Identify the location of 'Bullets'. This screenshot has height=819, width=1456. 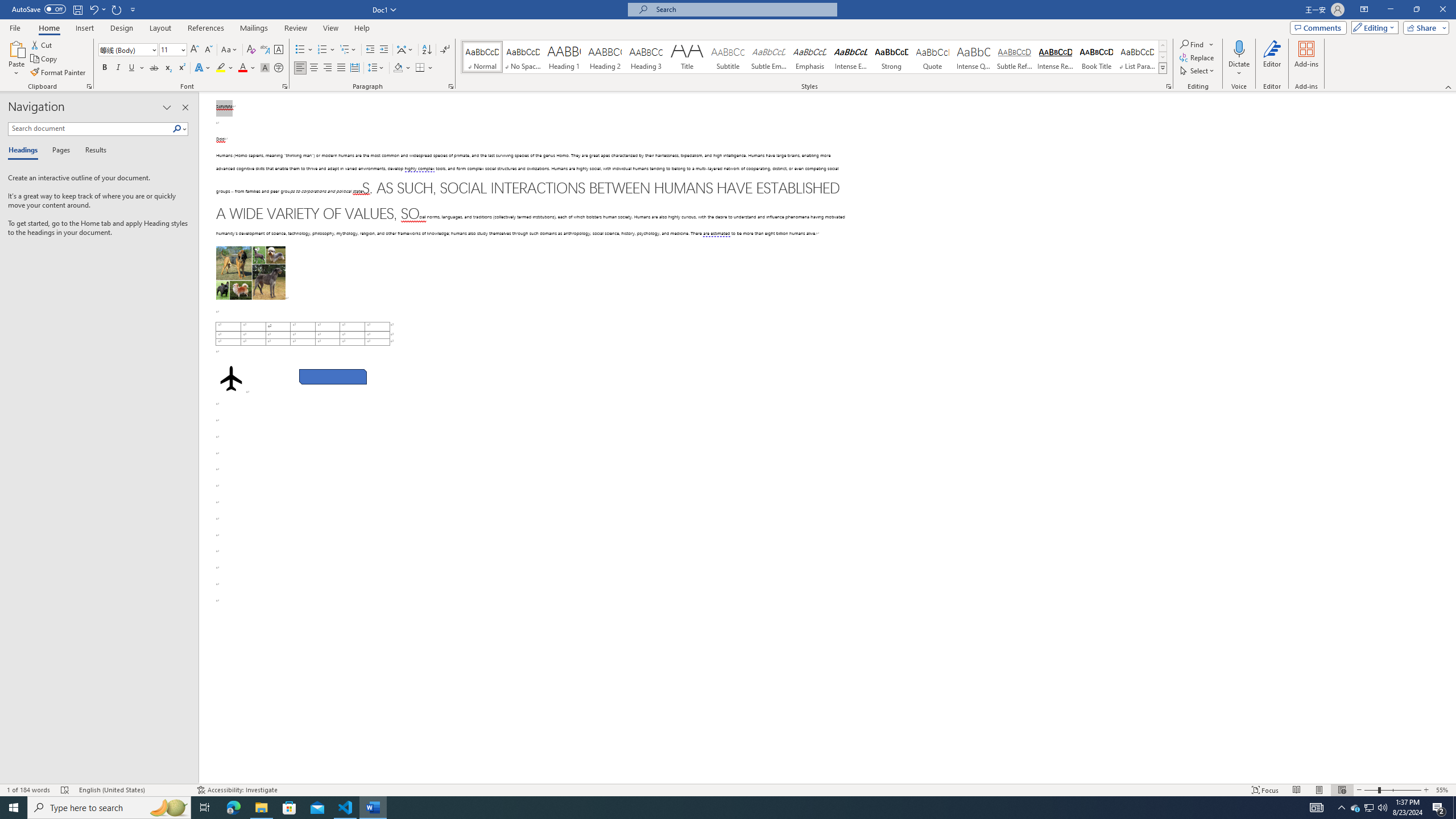
(300, 49).